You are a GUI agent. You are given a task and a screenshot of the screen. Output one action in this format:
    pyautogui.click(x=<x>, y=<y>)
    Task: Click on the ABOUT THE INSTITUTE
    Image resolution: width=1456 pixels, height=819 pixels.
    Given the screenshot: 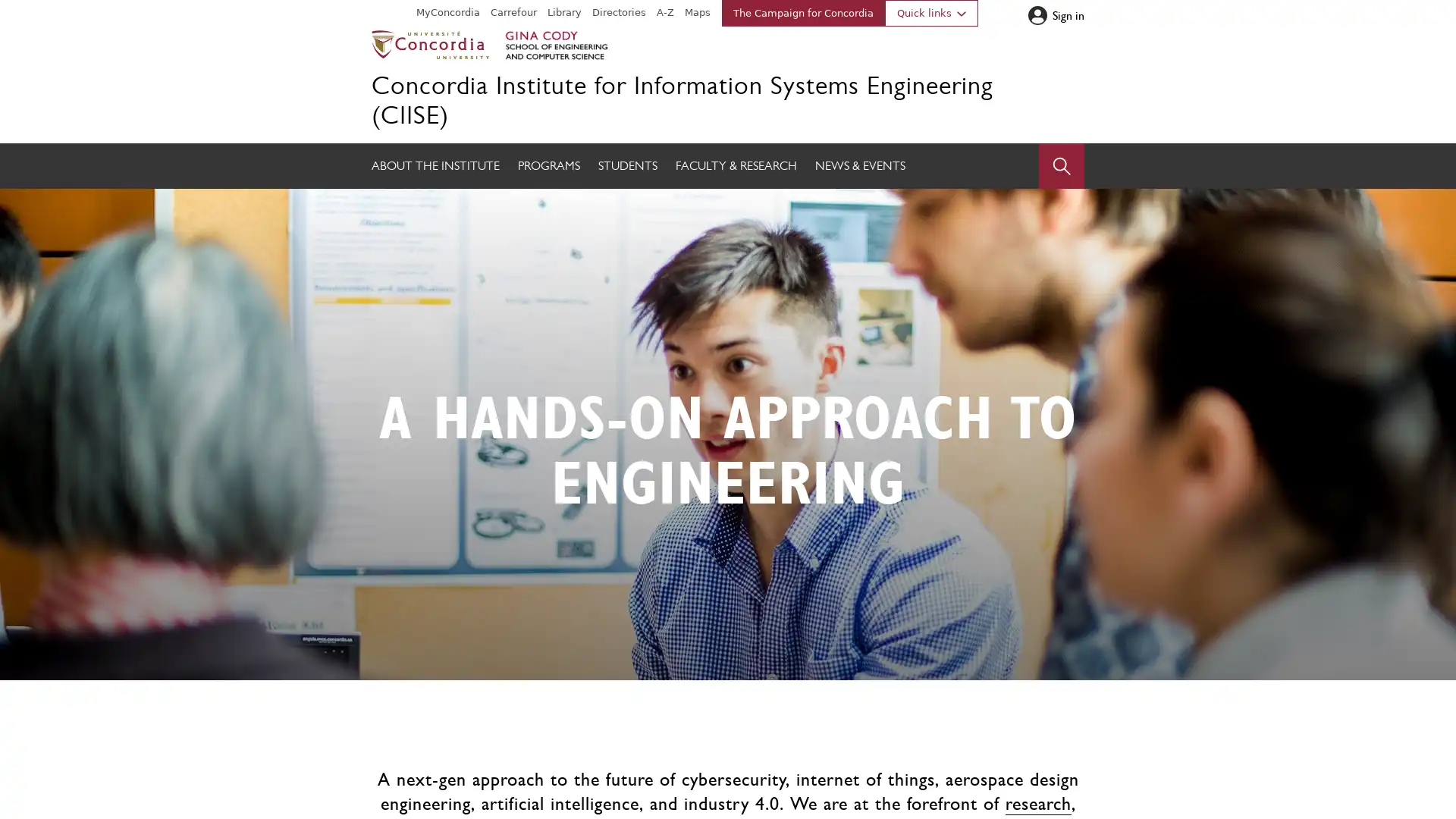 What is the action you would take?
    pyautogui.click(x=435, y=166)
    